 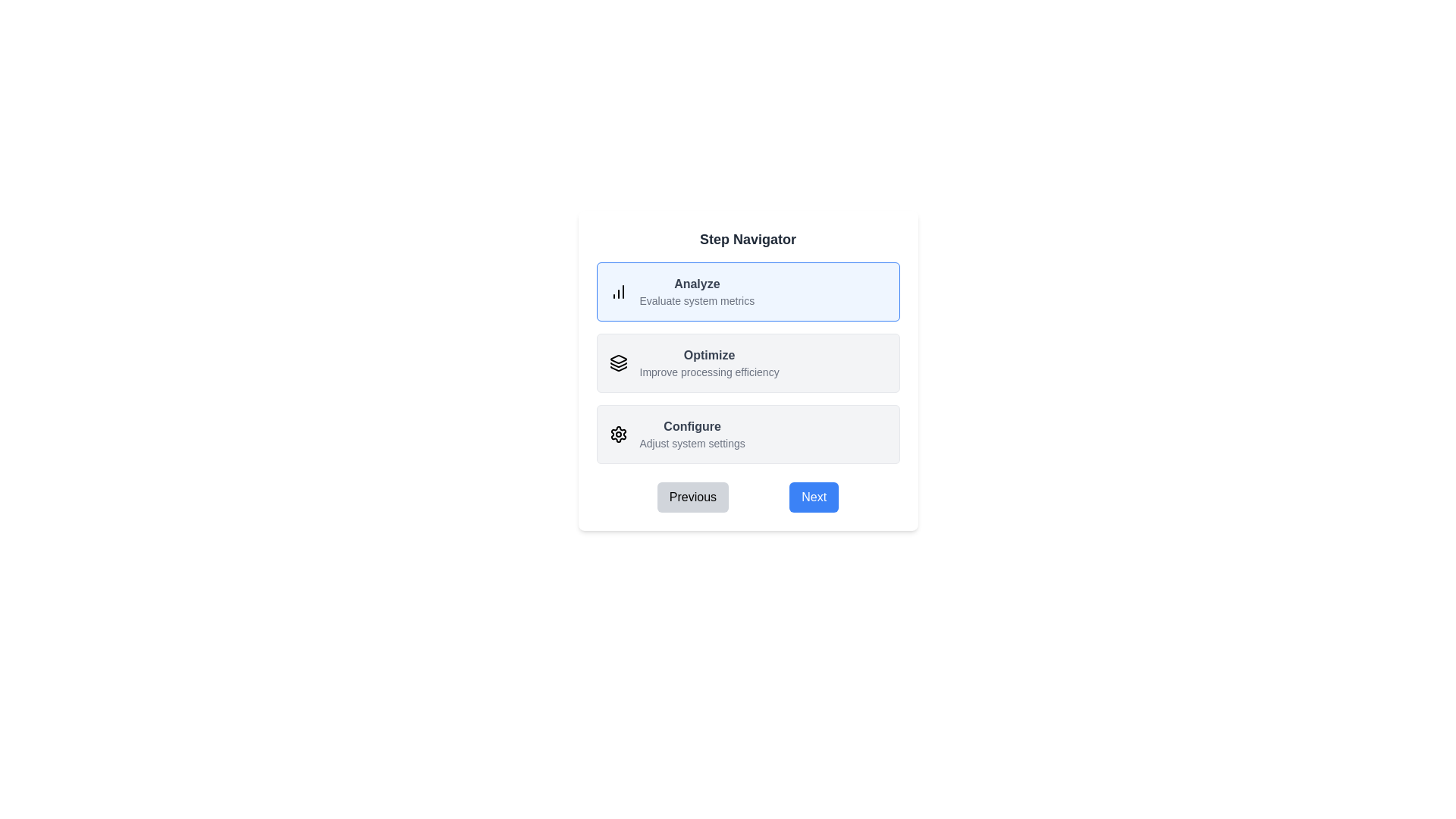 I want to click on the text label that reads 'Evaluate system metrics', which is styled in light gray and is located directly below the bold header 'Analyze' within the 'Step Navigator' card, so click(x=696, y=301).